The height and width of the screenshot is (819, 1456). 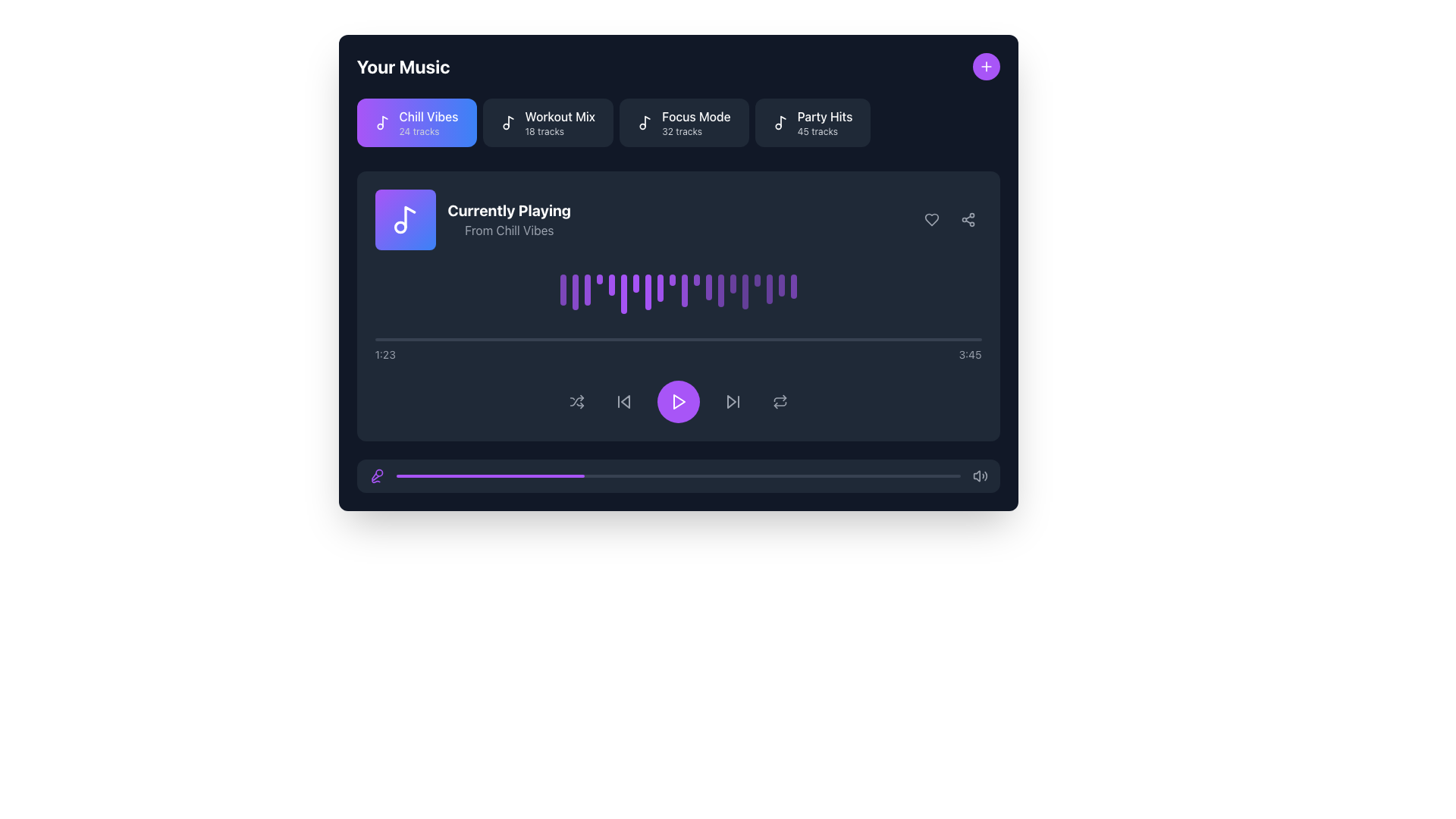 What do you see at coordinates (660, 288) in the screenshot?
I see `the ninth vertical purple waveform bar in the audio display of the music player interface, which is characterized by its rounded edges and pulsing animation` at bounding box center [660, 288].